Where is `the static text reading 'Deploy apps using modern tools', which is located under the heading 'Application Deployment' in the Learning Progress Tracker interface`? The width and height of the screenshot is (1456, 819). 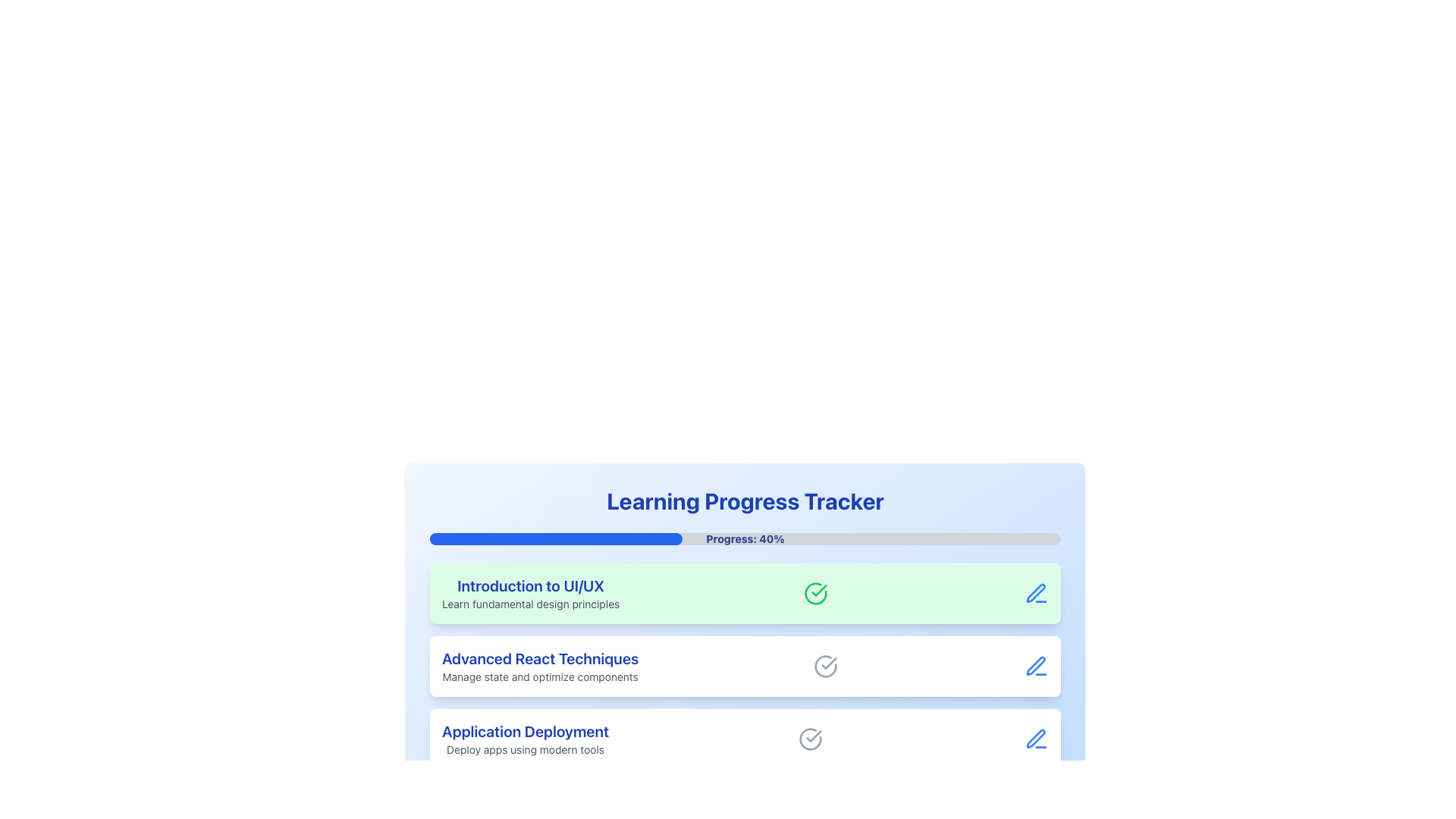
the static text reading 'Deploy apps using modern tools', which is located under the heading 'Application Deployment' in the Learning Progress Tracker interface is located at coordinates (526, 748).